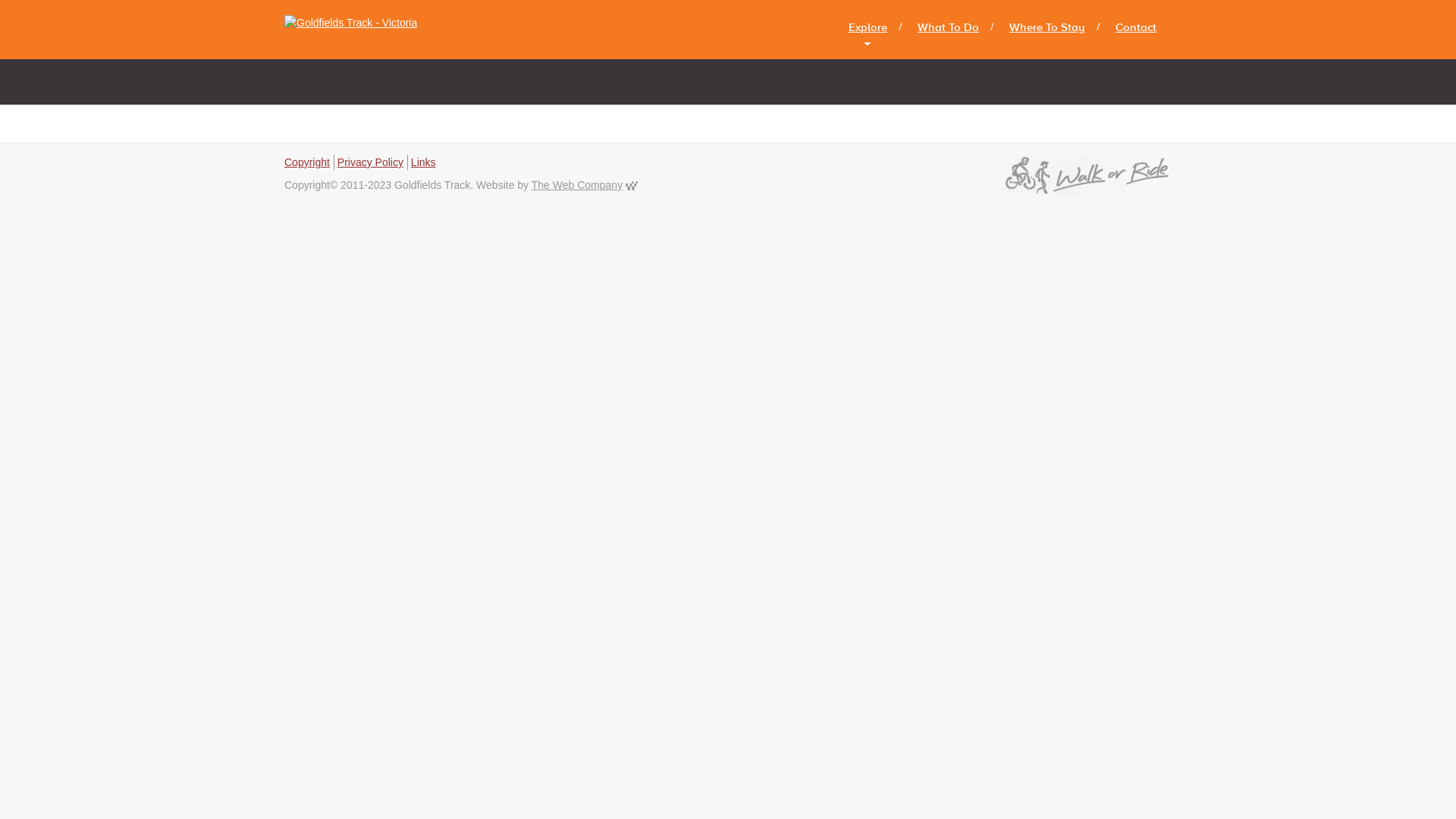 The width and height of the screenshot is (1456, 819). I want to click on 'Explore', so click(868, 27).